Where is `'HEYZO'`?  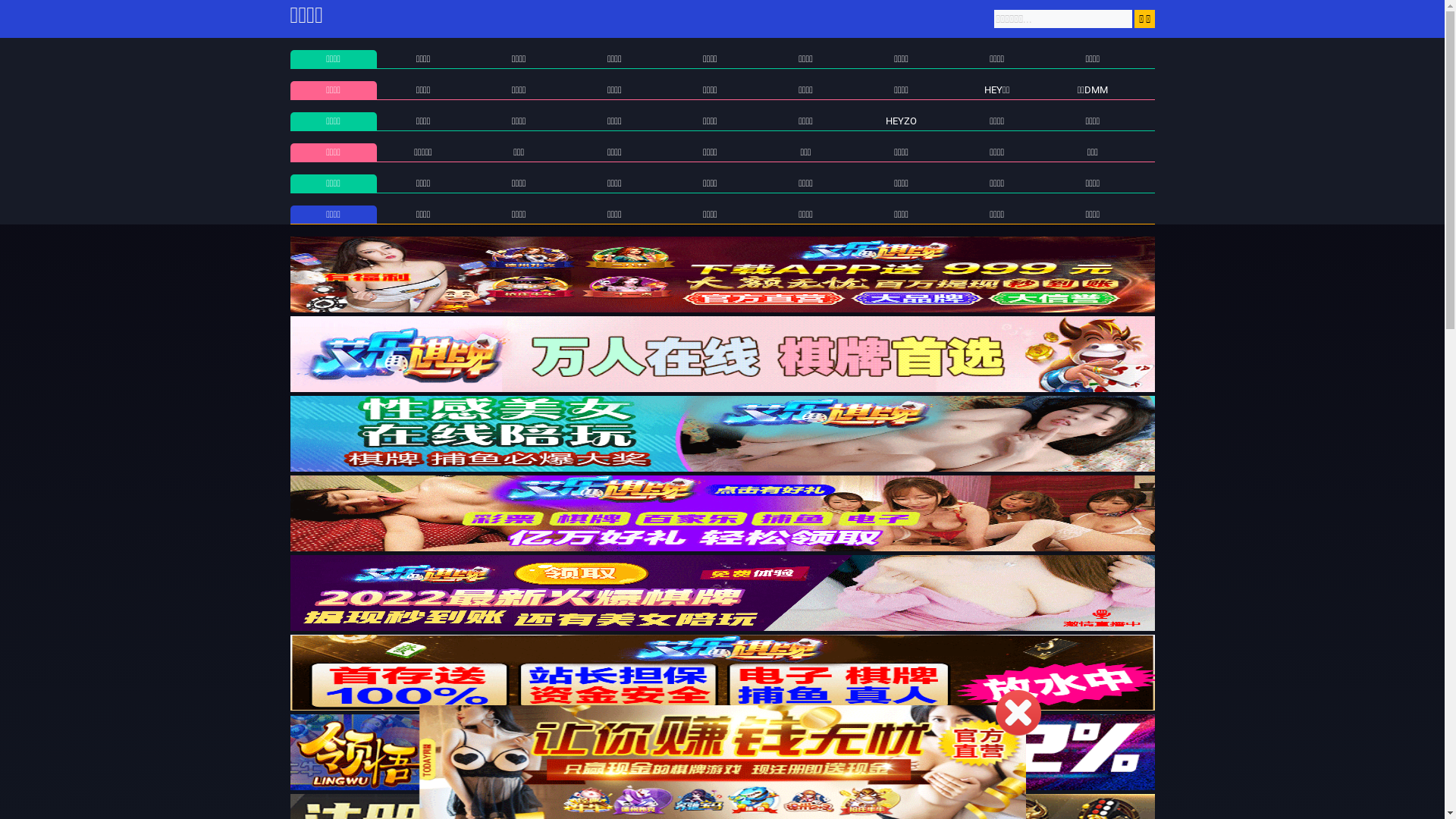 'HEYZO' is located at coordinates (901, 120).